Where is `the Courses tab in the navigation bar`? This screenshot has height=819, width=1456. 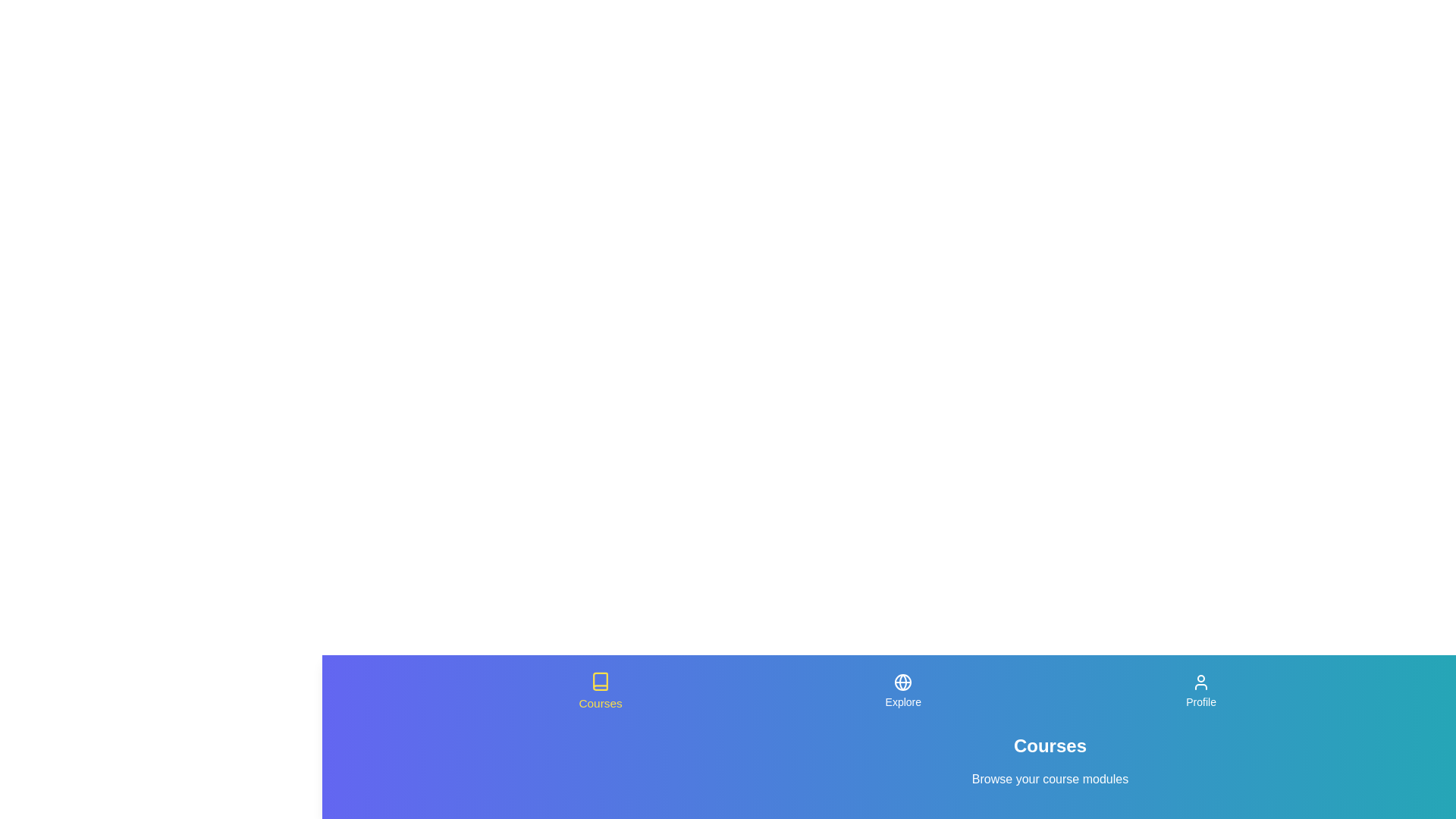 the Courses tab in the navigation bar is located at coordinates (600, 691).